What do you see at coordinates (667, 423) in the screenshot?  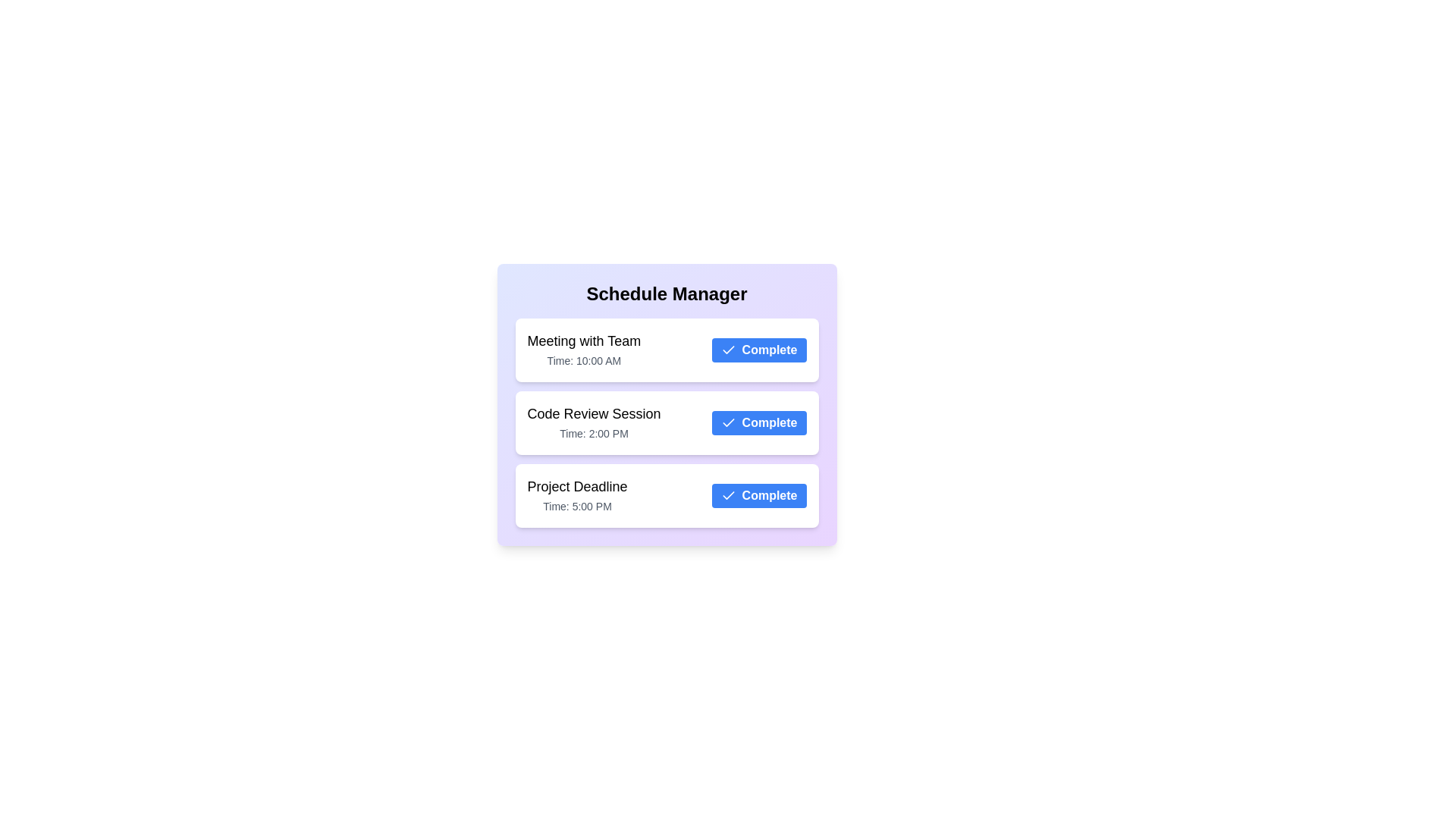 I see `the task item Code Review Session in the ScheduleManager component` at bounding box center [667, 423].